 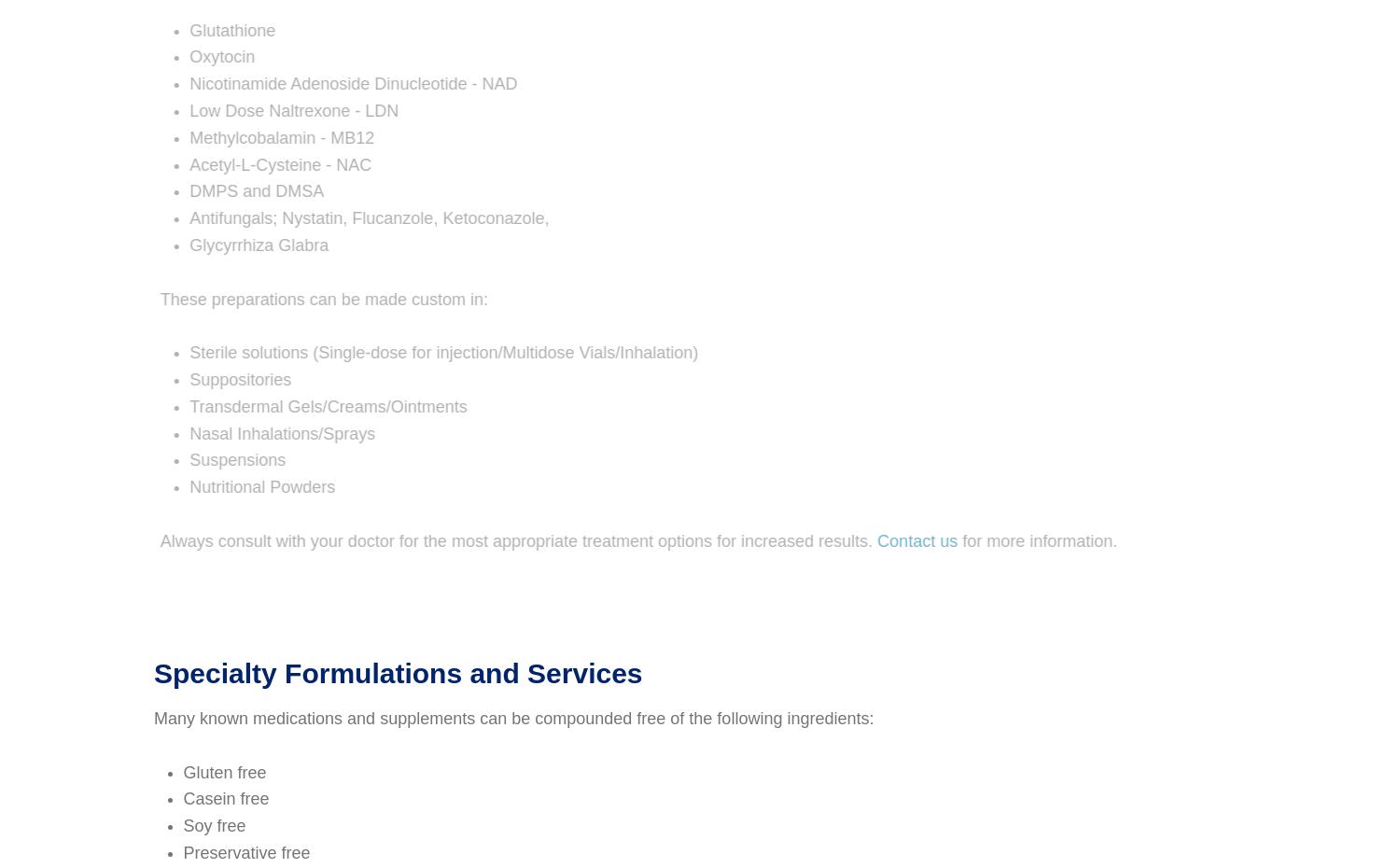 What do you see at coordinates (857, 540) in the screenshot?
I see `'Contact us'` at bounding box center [857, 540].